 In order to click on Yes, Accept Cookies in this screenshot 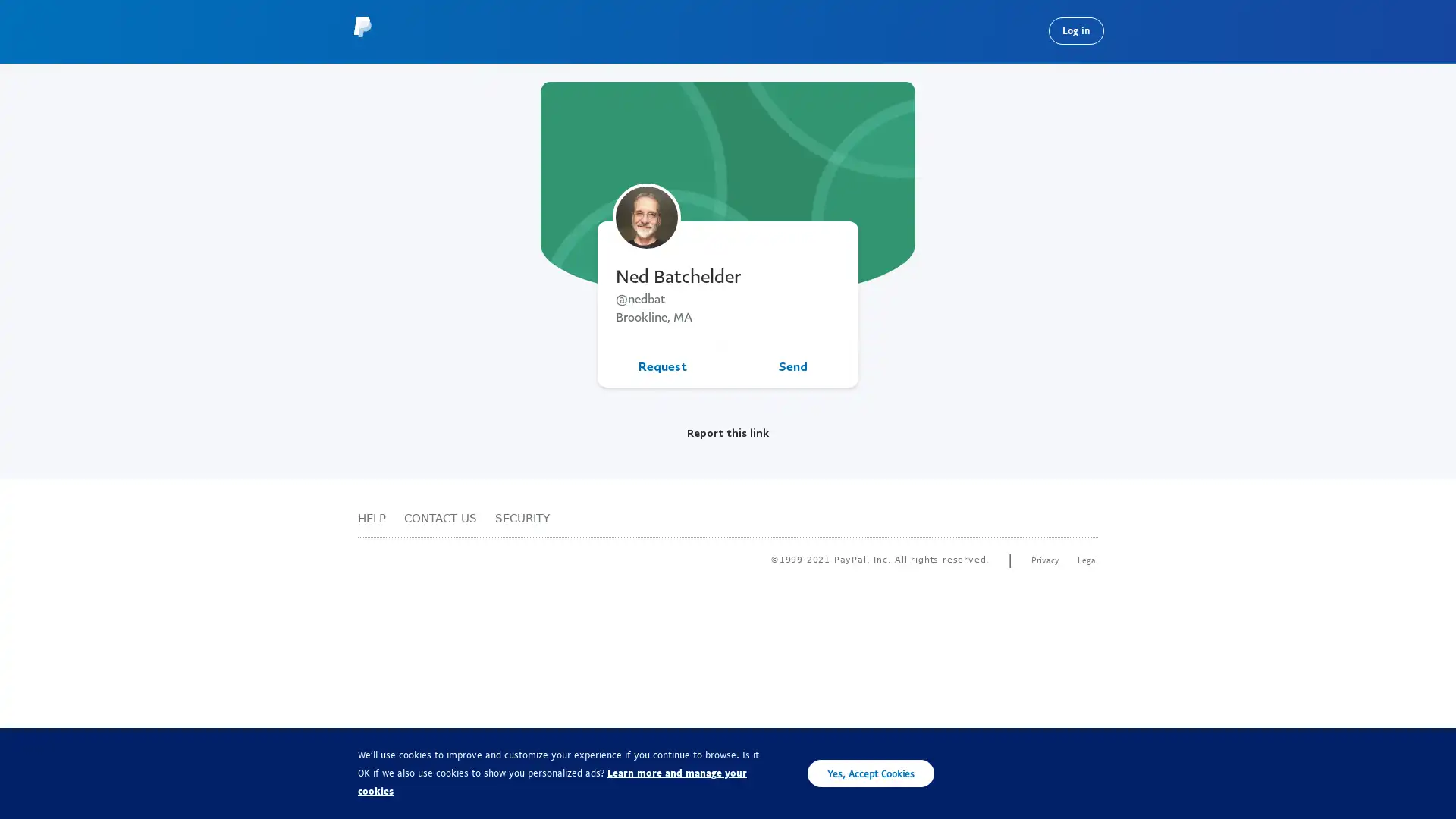, I will do `click(871, 773)`.